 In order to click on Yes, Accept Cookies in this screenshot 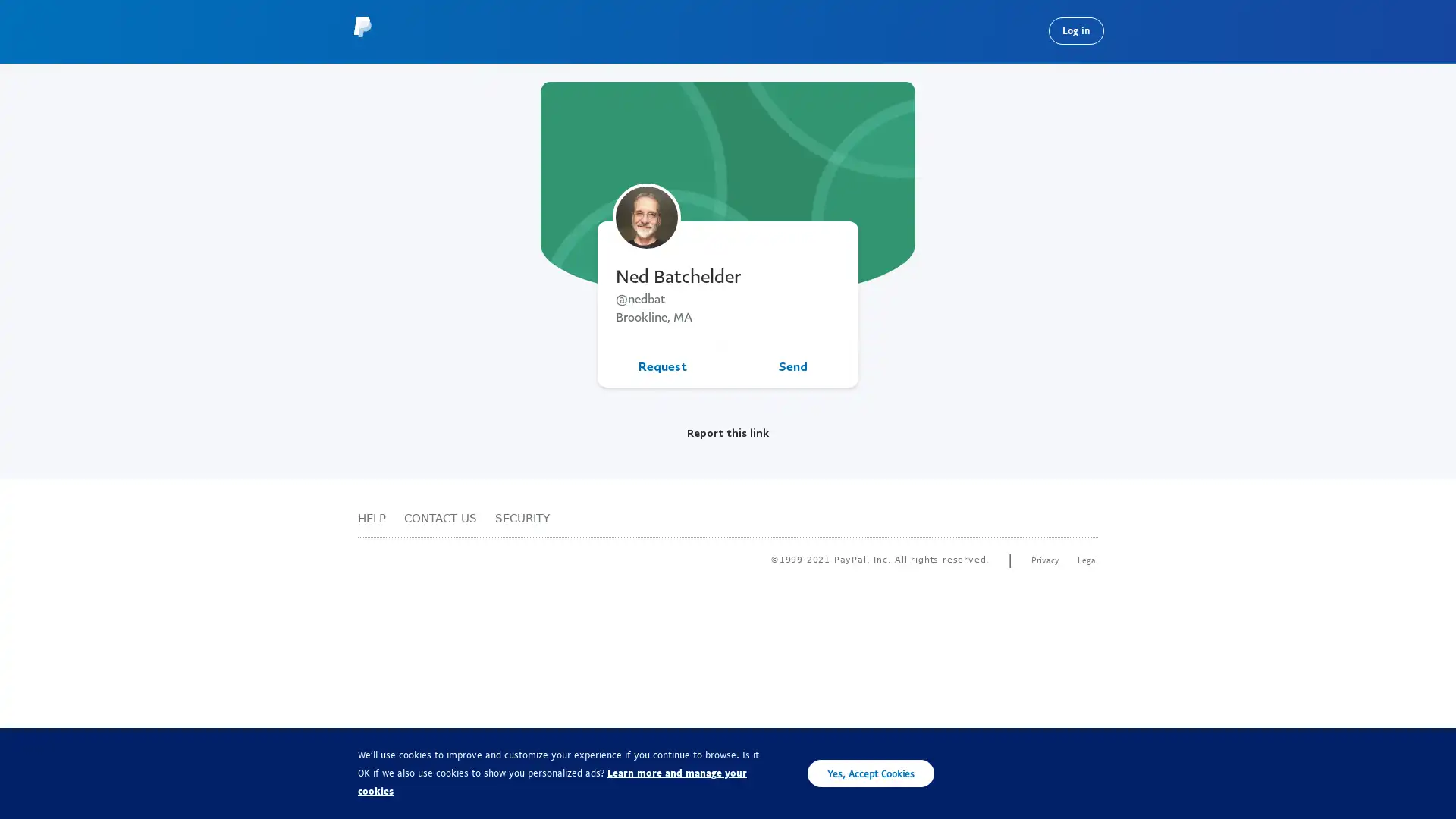, I will do `click(871, 773)`.